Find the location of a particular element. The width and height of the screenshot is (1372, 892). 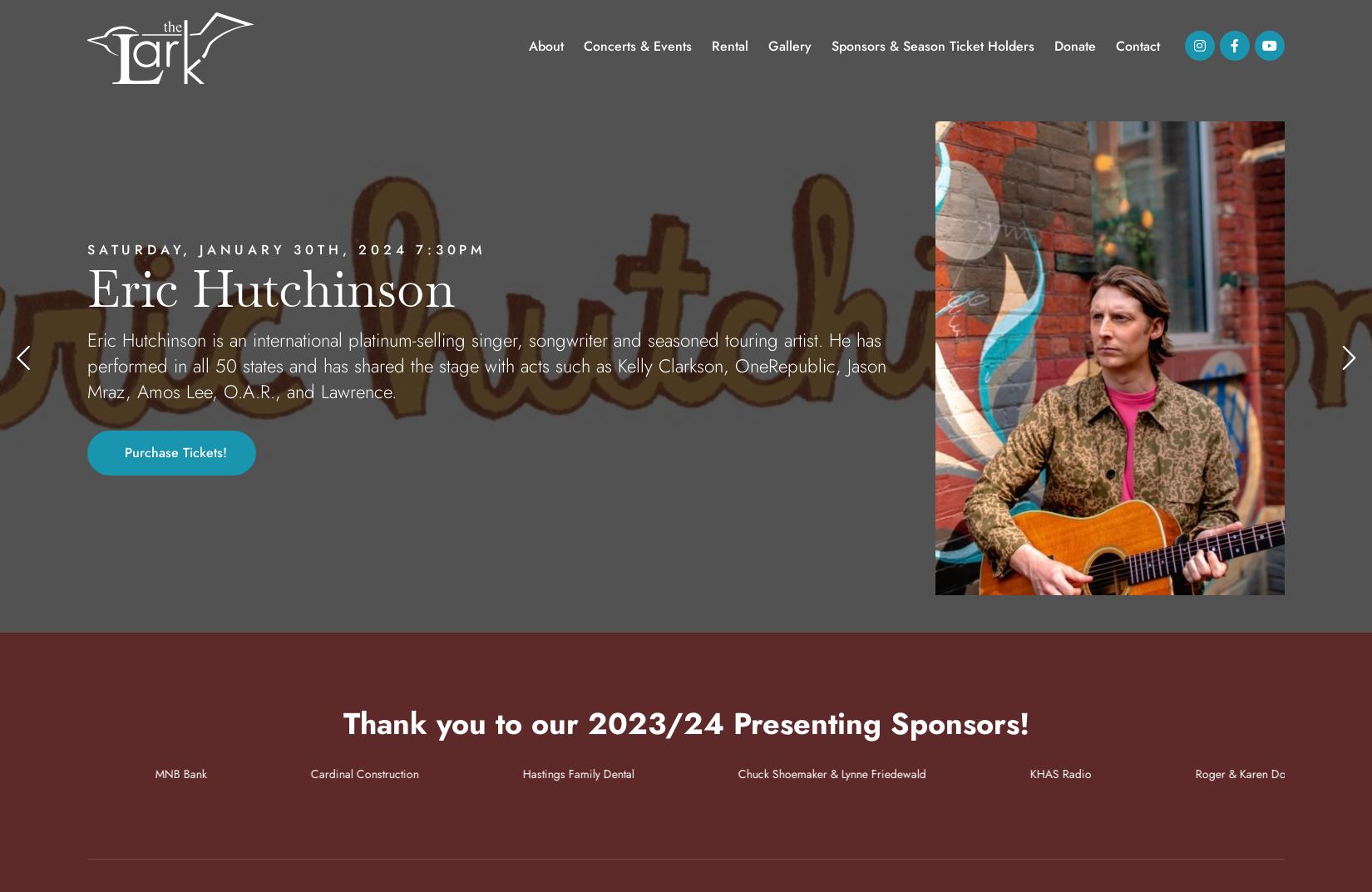

'Americana Tender-Rock Artist Jacob Westfall is a larger than life troubadour of love and adventure — a young veteran of the Portland music scene that has gained recognition as one of the fastest growing singer-songwriters in the Pacific Northwest' is located at coordinates (495, 365).